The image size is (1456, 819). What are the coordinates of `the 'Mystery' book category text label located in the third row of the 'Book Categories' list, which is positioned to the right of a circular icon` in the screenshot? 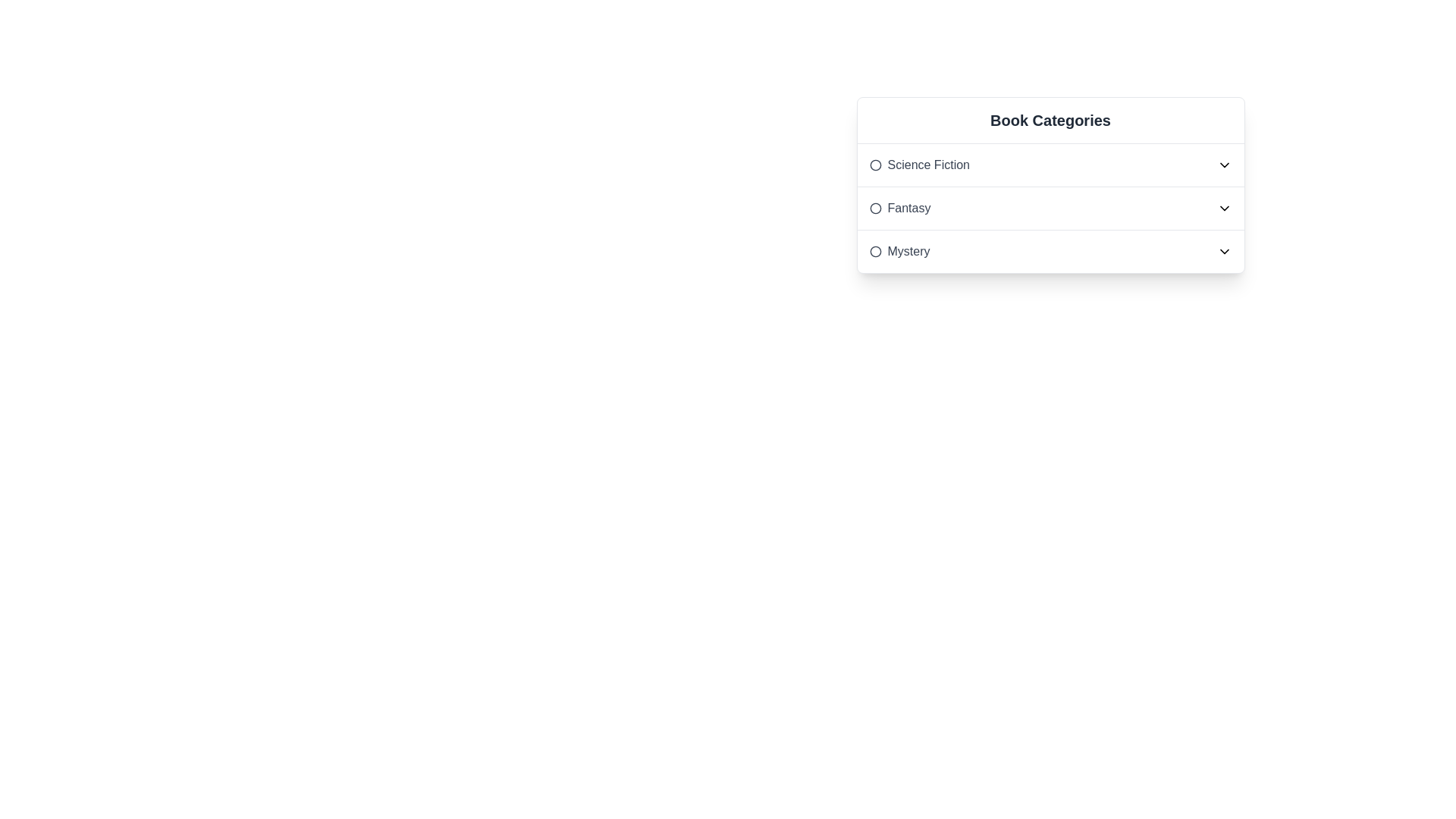 It's located at (908, 250).